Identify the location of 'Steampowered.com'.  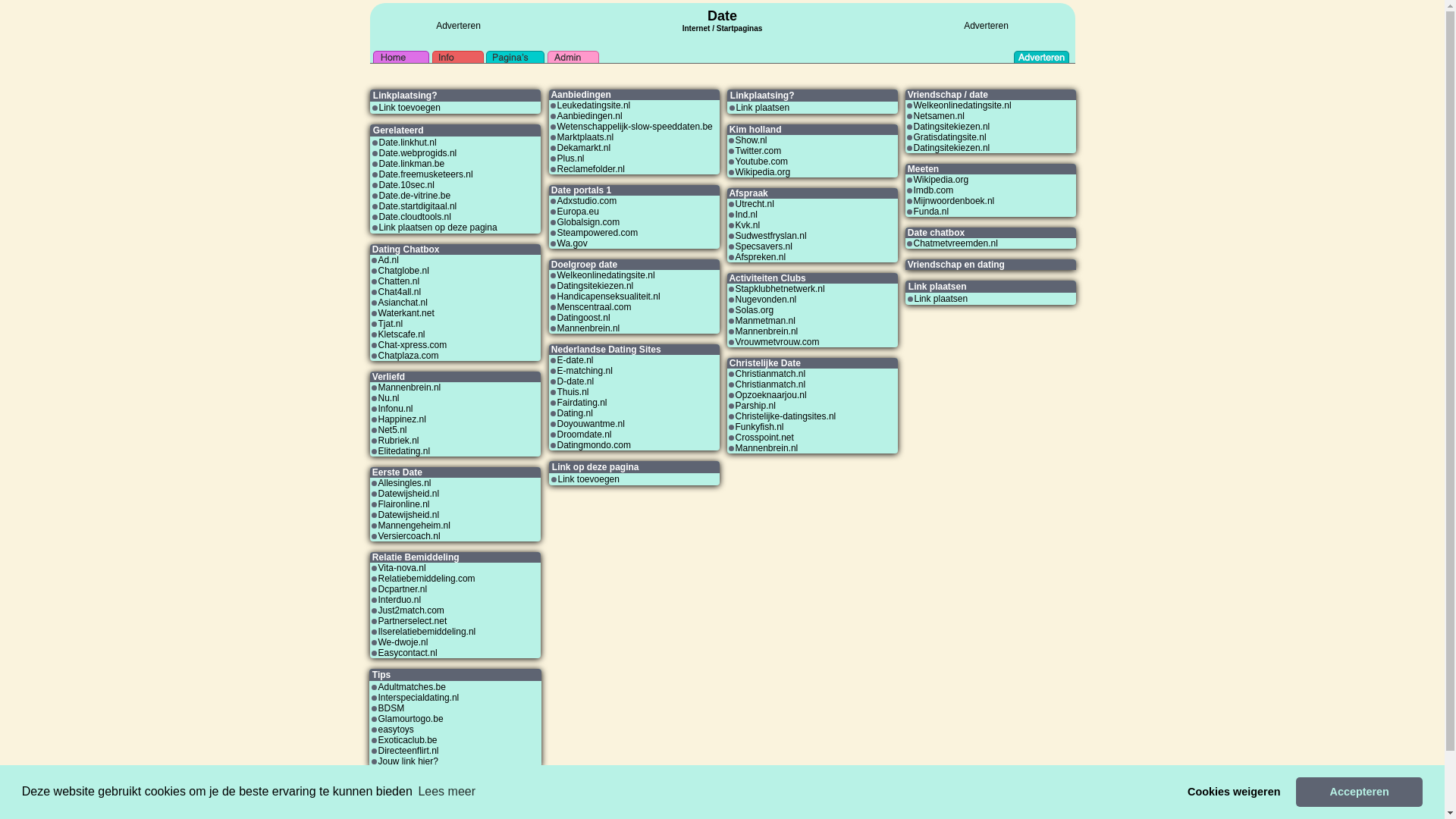
(596, 233).